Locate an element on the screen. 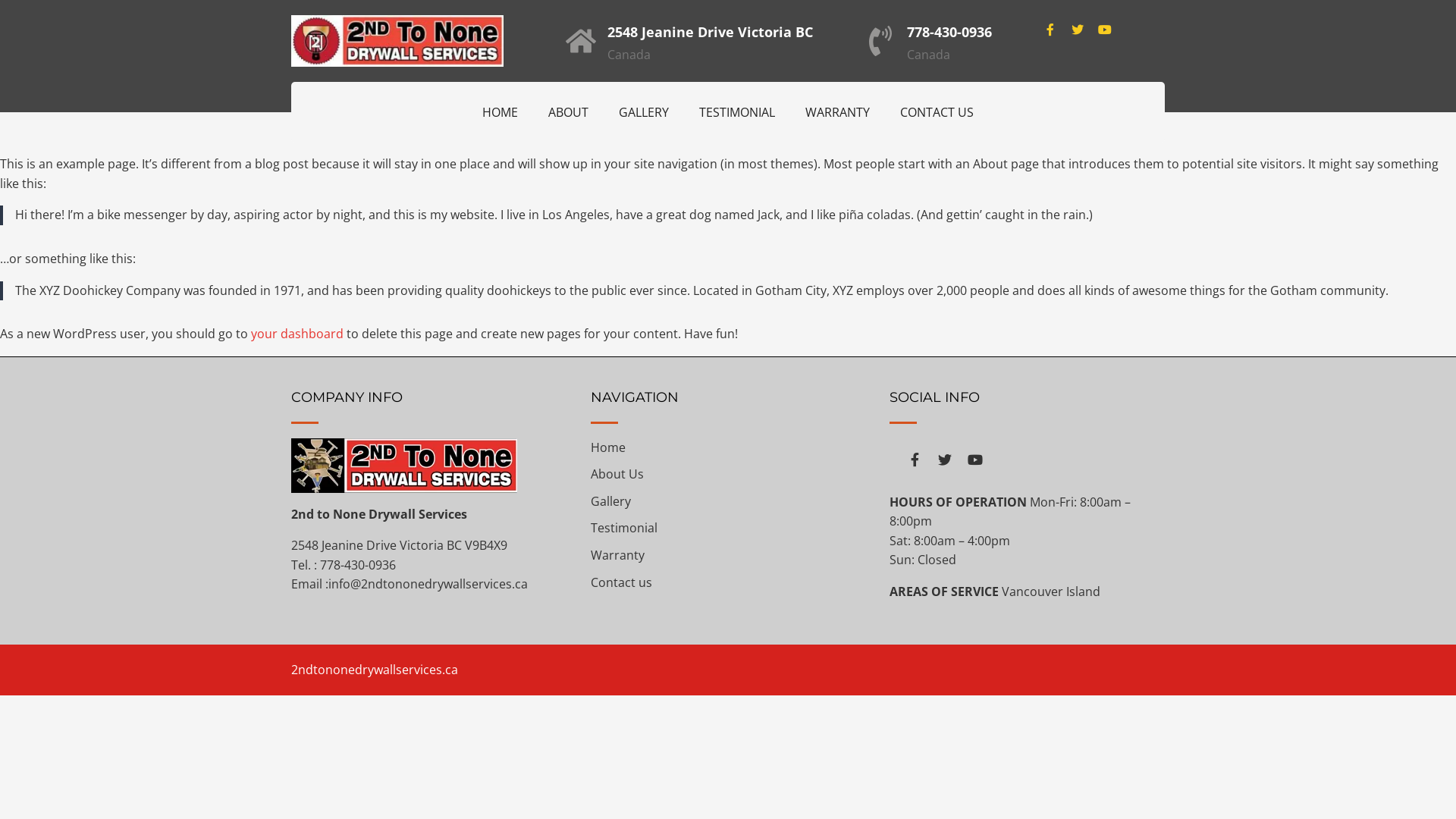 This screenshot has height=819, width=1456. 'ABOUT' is located at coordinates (532, 111).